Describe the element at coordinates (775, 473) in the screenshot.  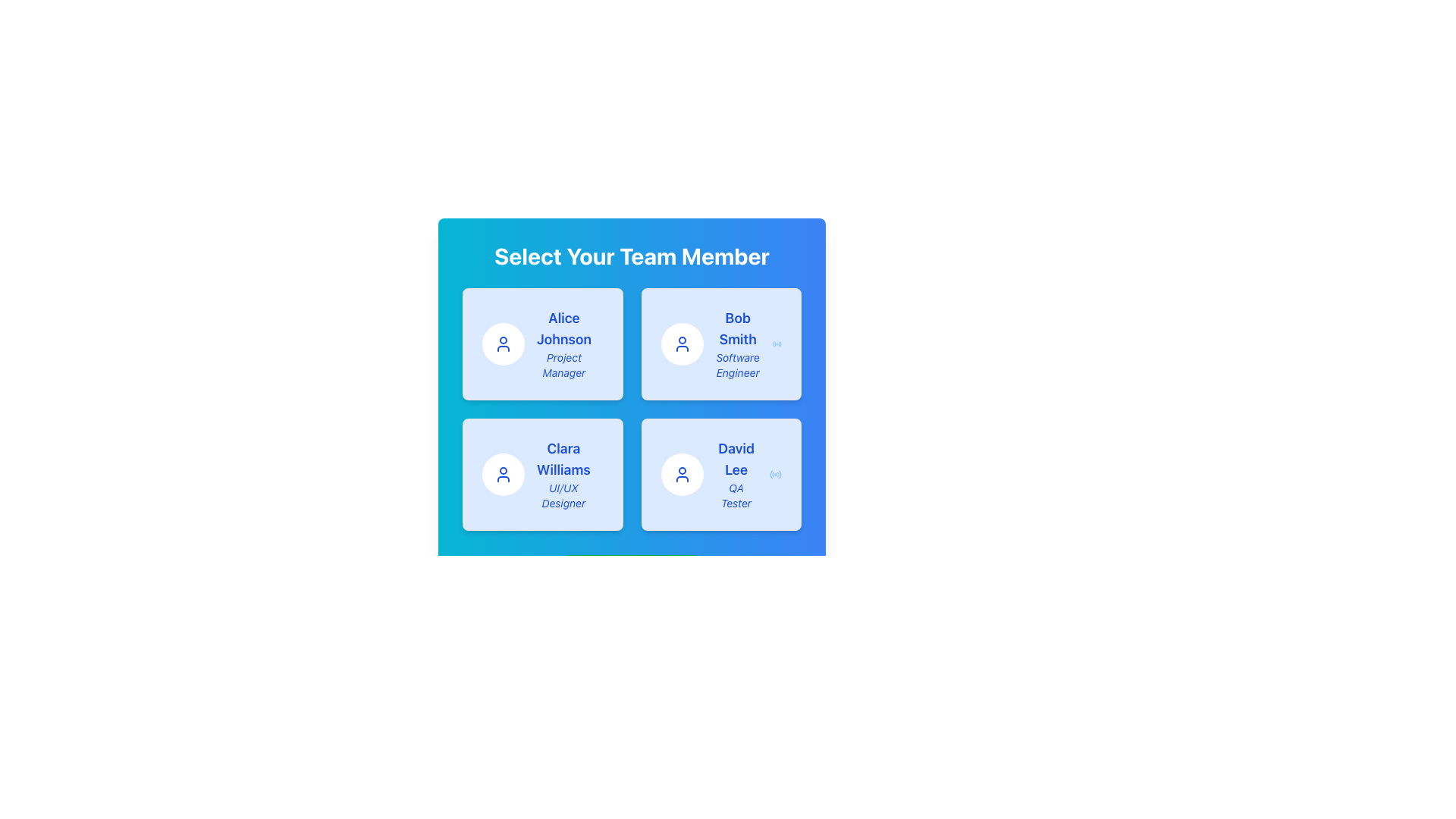
I see `the radio-style interactive element located at the bottom-right corner of the 'David Lee - QA Tester' selection card` at that location.